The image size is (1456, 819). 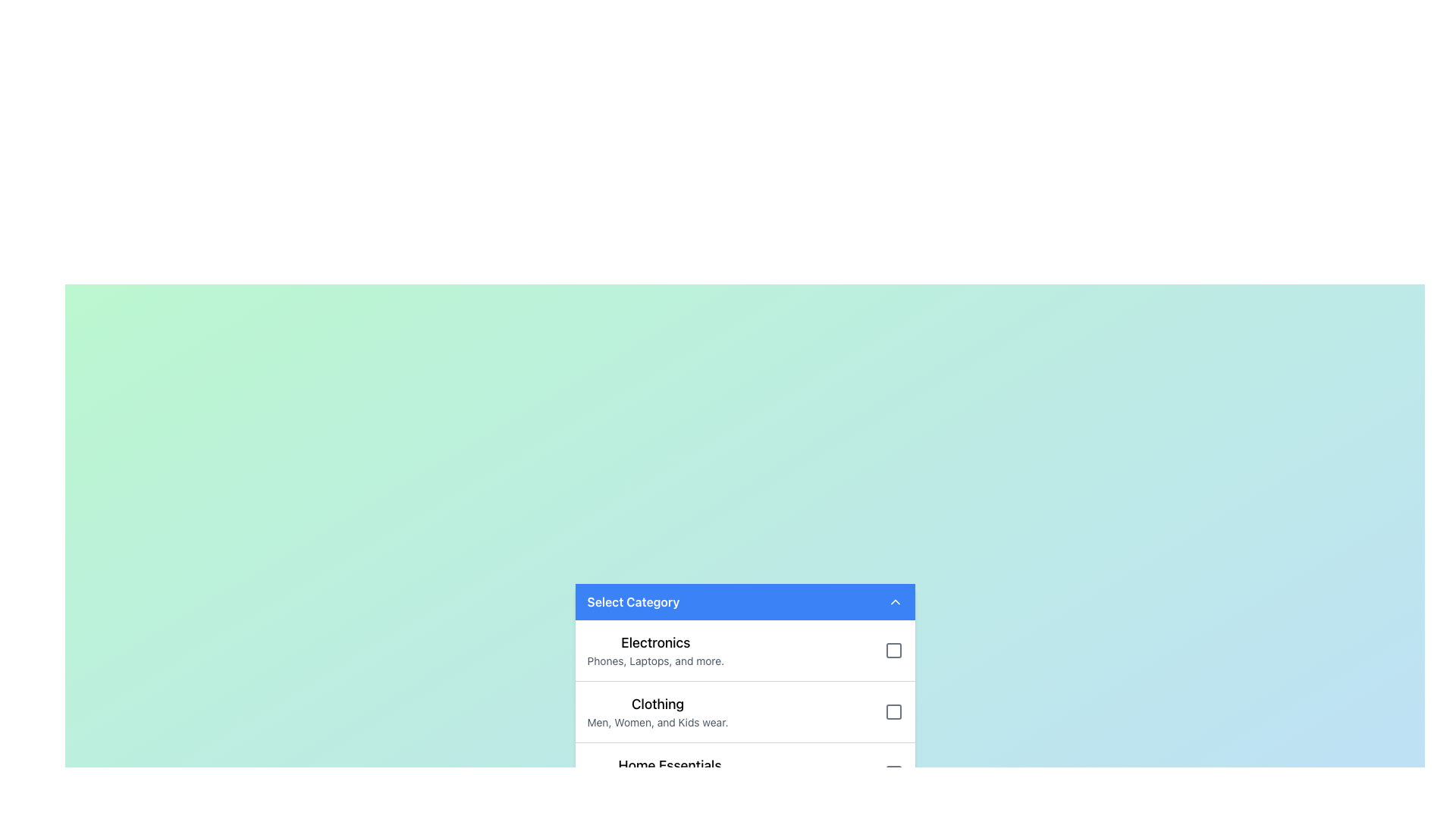 I want to click on text content of the 'Clothing' label, which is a bold, medium-sized black text on a white background, positioned above the categories 'Men, Women, and Kids wear.', so click(x=657, y=704).